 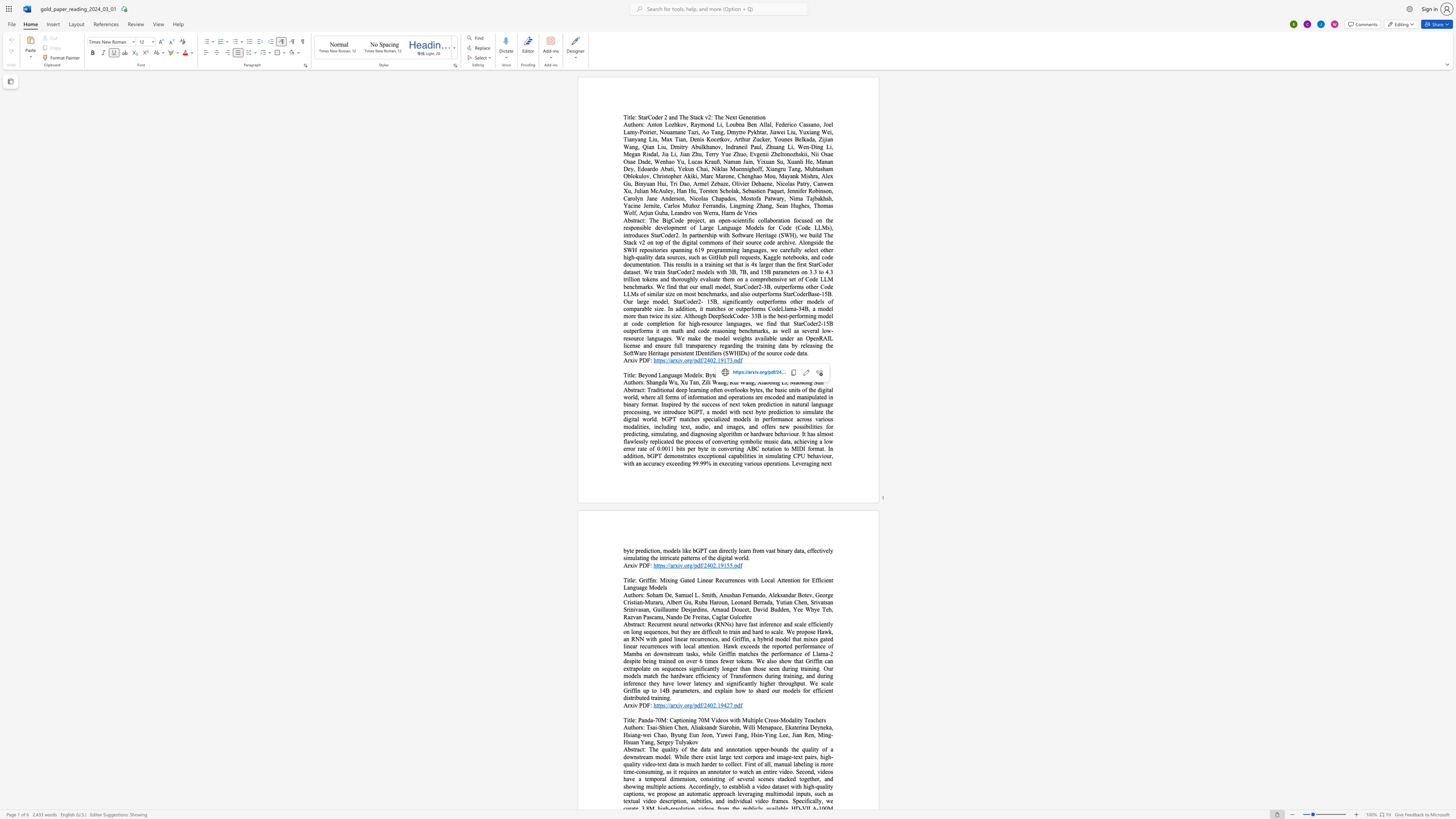 What do you see at coordinates (783, 375) in the screenshot?
I see `the 1th character "S" in the text` at bounding box center [783, 375].